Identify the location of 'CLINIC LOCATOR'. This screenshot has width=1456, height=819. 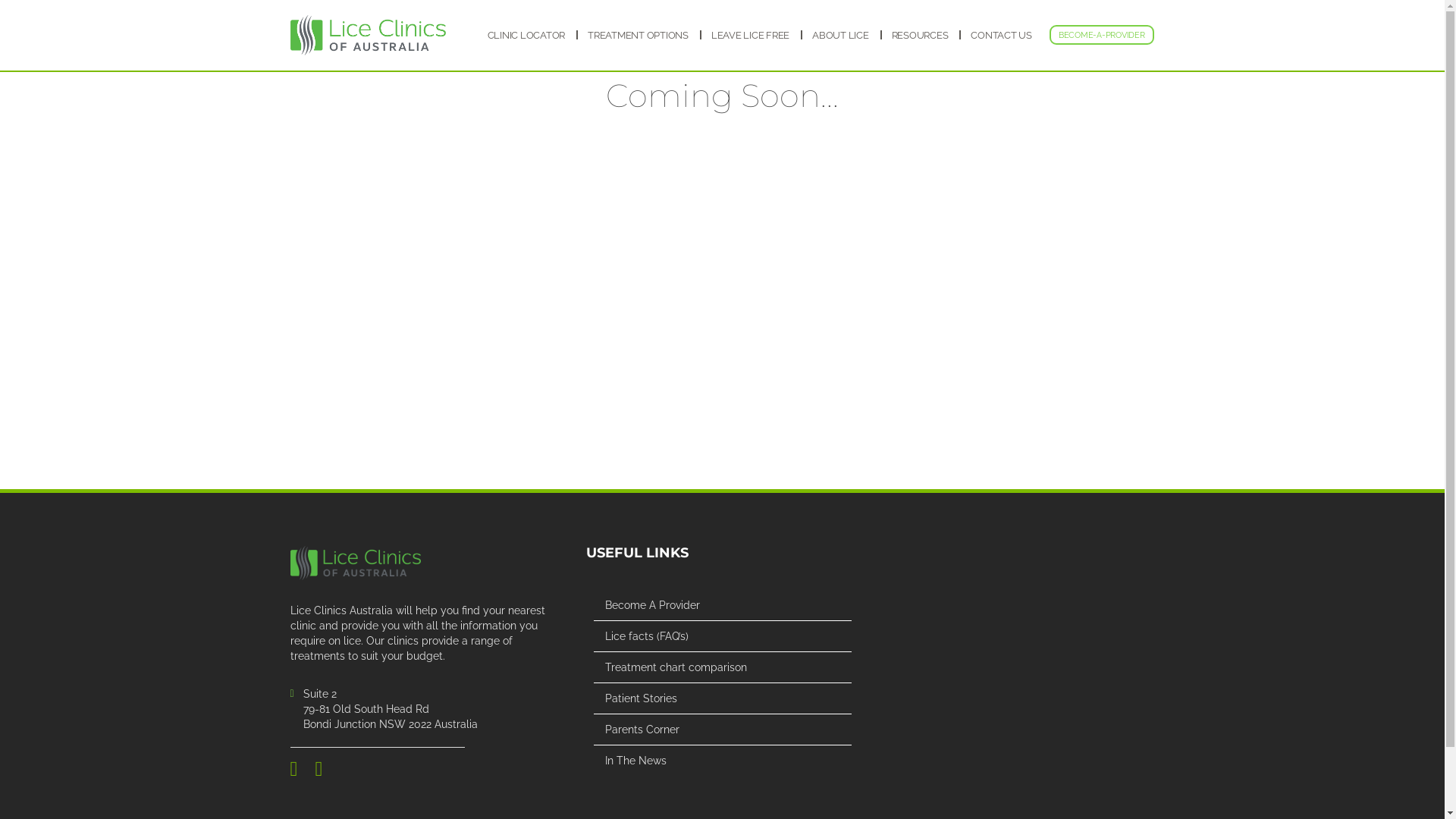
(526, 35).